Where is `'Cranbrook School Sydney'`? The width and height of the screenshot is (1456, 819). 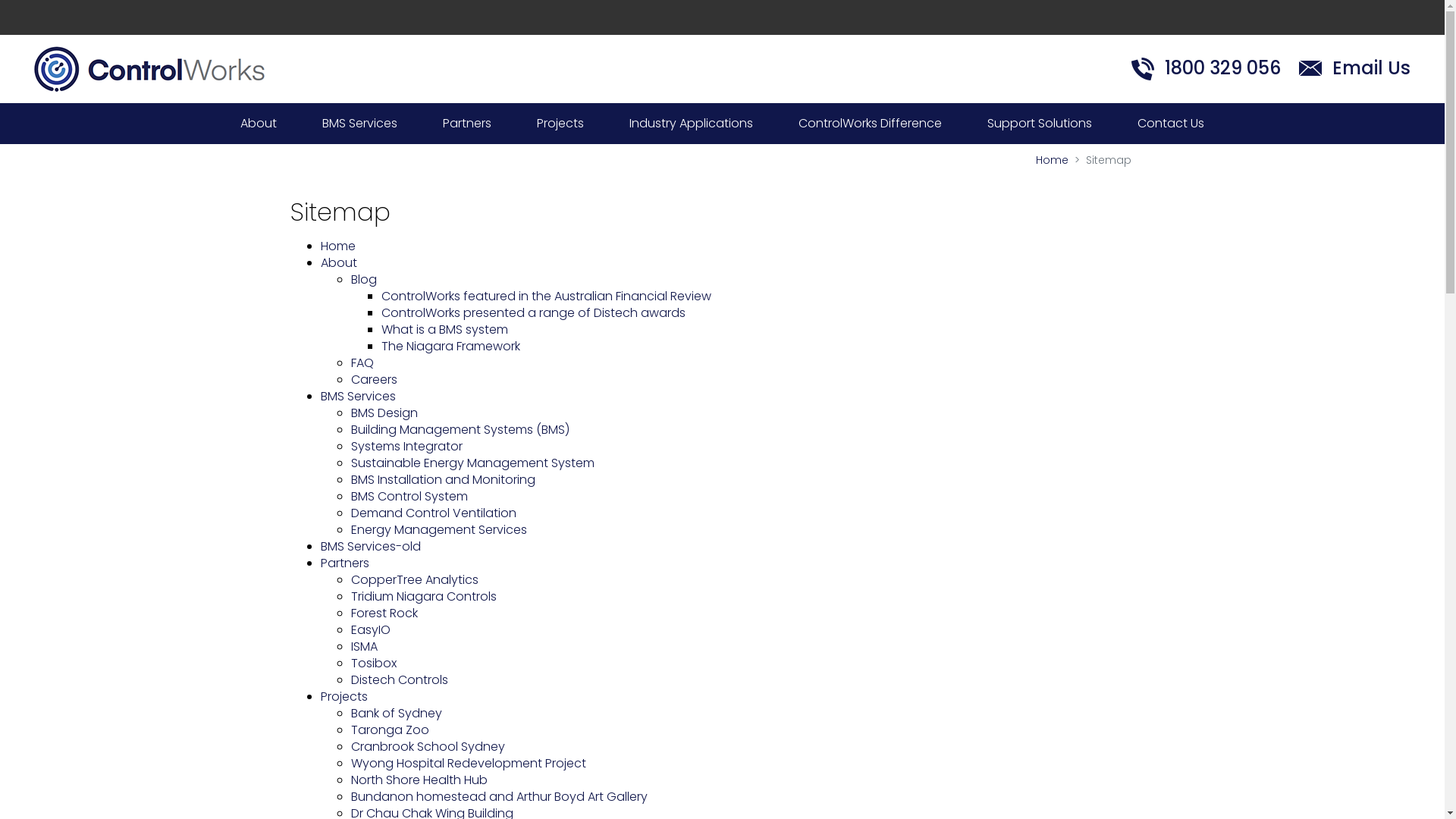
'Cranbrook School Sydney' is located at coordinates (426, 745).